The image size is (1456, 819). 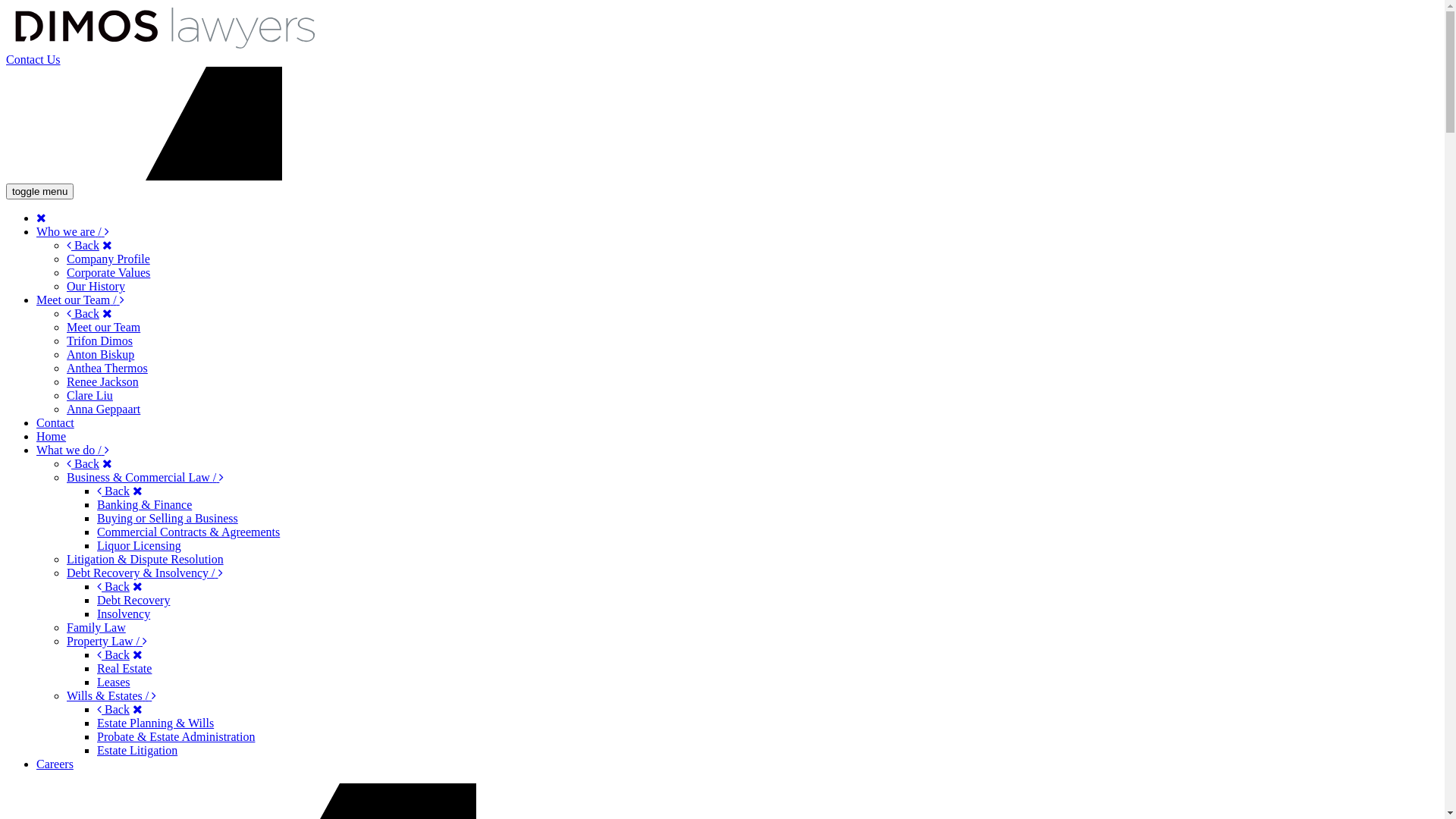 I want to click on 'Litigation & Dispute Resolution', so click(x=145, y=559).